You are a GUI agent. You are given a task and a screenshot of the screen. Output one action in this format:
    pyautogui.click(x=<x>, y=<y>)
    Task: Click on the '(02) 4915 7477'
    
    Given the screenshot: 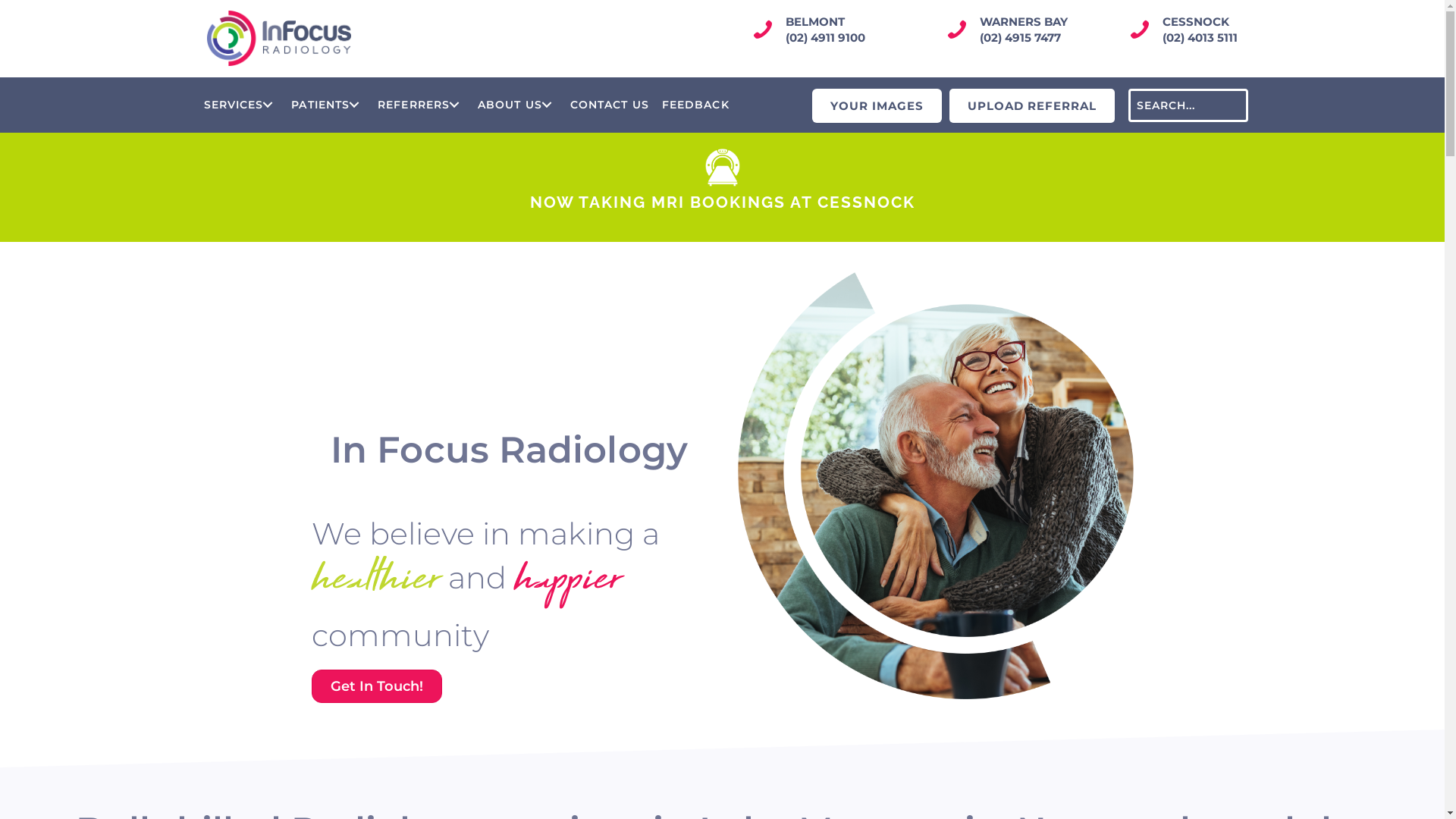 What is the action you would take?
    pyautogui.click(x=1020, y=36)
    